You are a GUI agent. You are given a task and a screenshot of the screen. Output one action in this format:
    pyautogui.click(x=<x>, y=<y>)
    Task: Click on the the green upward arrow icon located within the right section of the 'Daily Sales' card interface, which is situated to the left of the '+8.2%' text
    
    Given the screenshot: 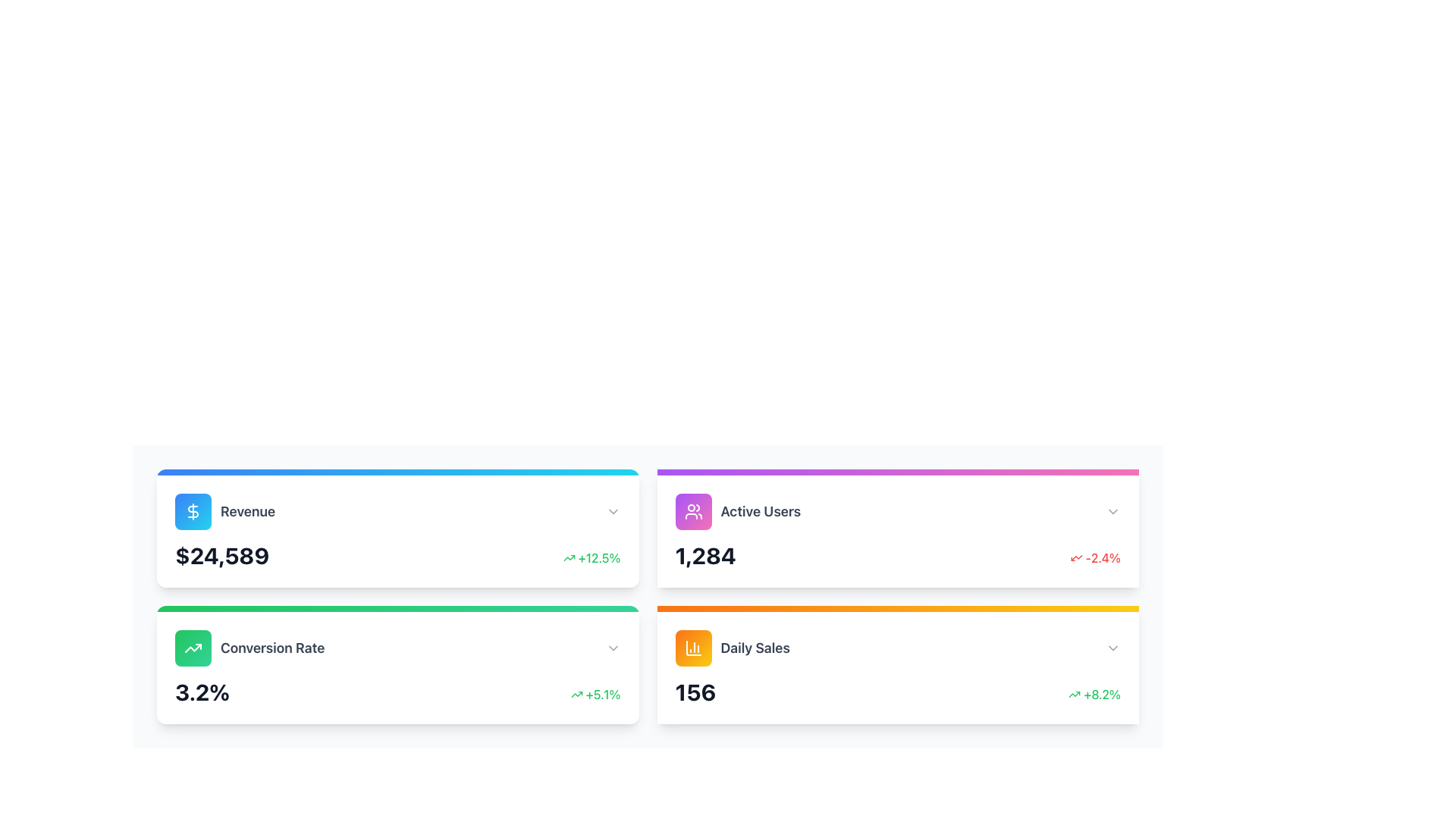 What is the action you would take?
    pyautogui.click(x=1074, y=694)
    